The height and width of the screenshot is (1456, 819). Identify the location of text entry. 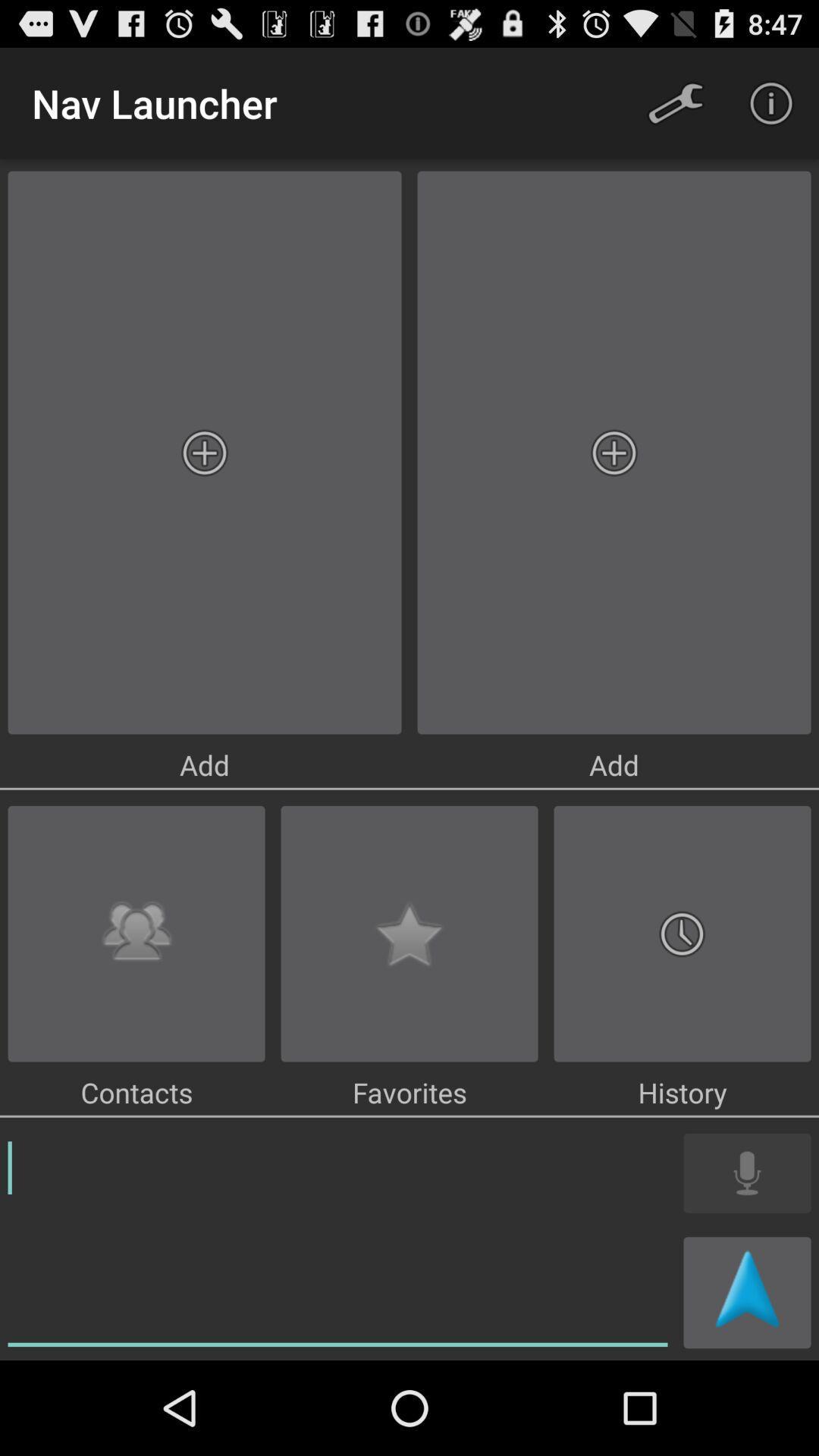
(337, 1241).